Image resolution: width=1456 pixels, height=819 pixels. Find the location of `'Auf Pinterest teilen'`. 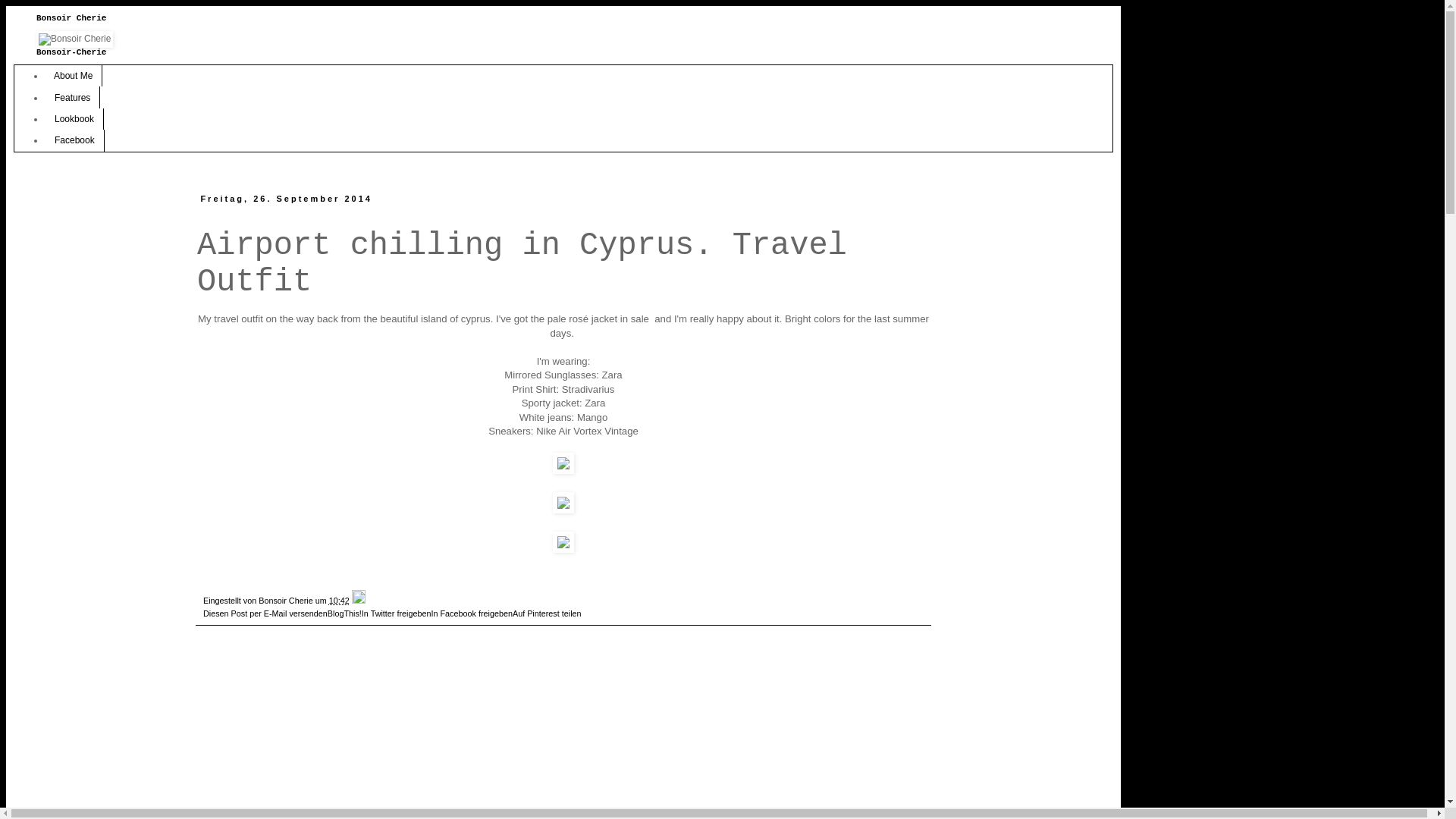

'Auf Pinterest teilen' is located at coordinates (513, 613).